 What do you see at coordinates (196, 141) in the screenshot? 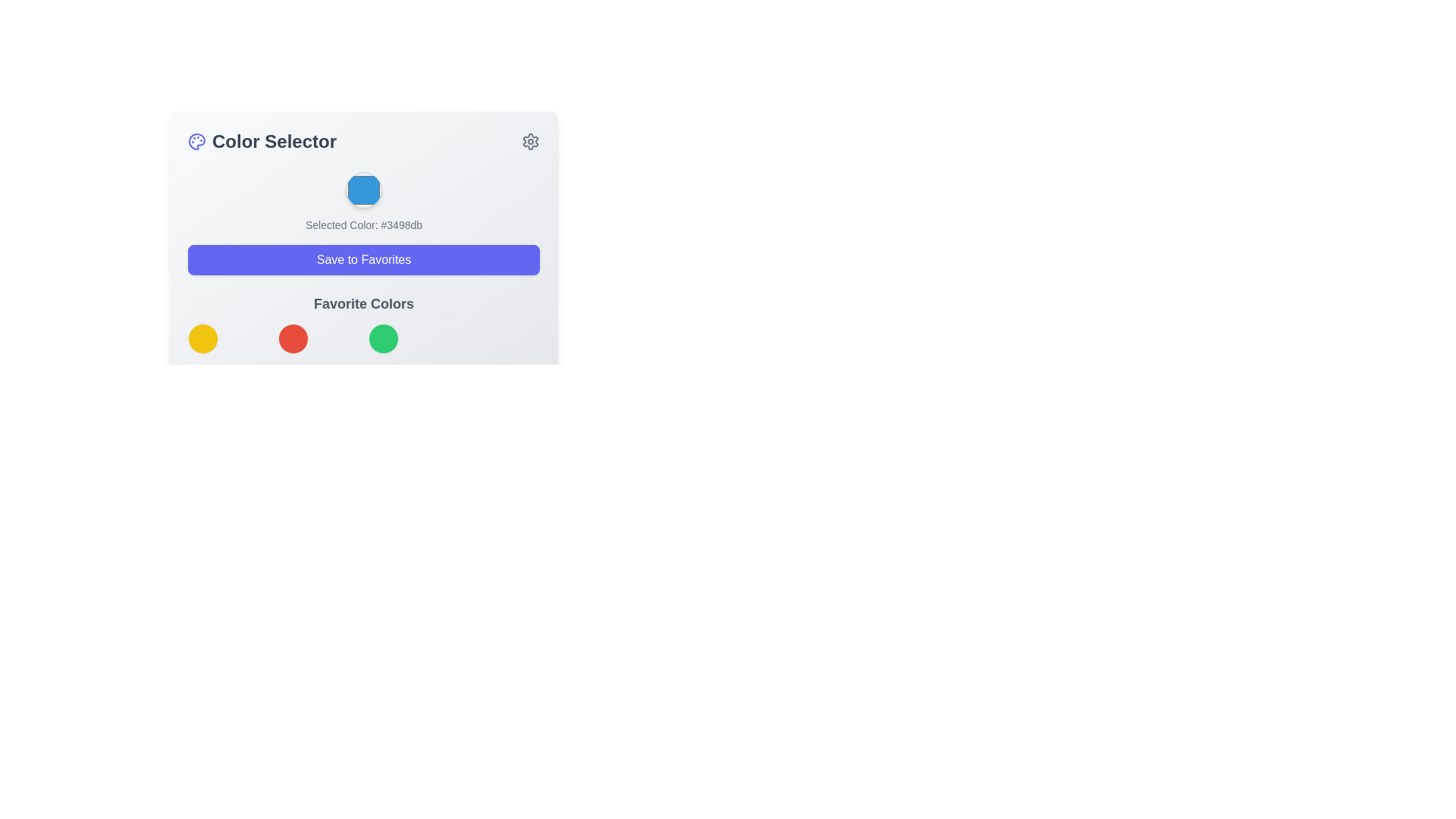
I see `the 'Color Selector' icon located at the leftmost side of the header area, adjacent to the text 'Color Selector'` at bounding box center [196, 141].